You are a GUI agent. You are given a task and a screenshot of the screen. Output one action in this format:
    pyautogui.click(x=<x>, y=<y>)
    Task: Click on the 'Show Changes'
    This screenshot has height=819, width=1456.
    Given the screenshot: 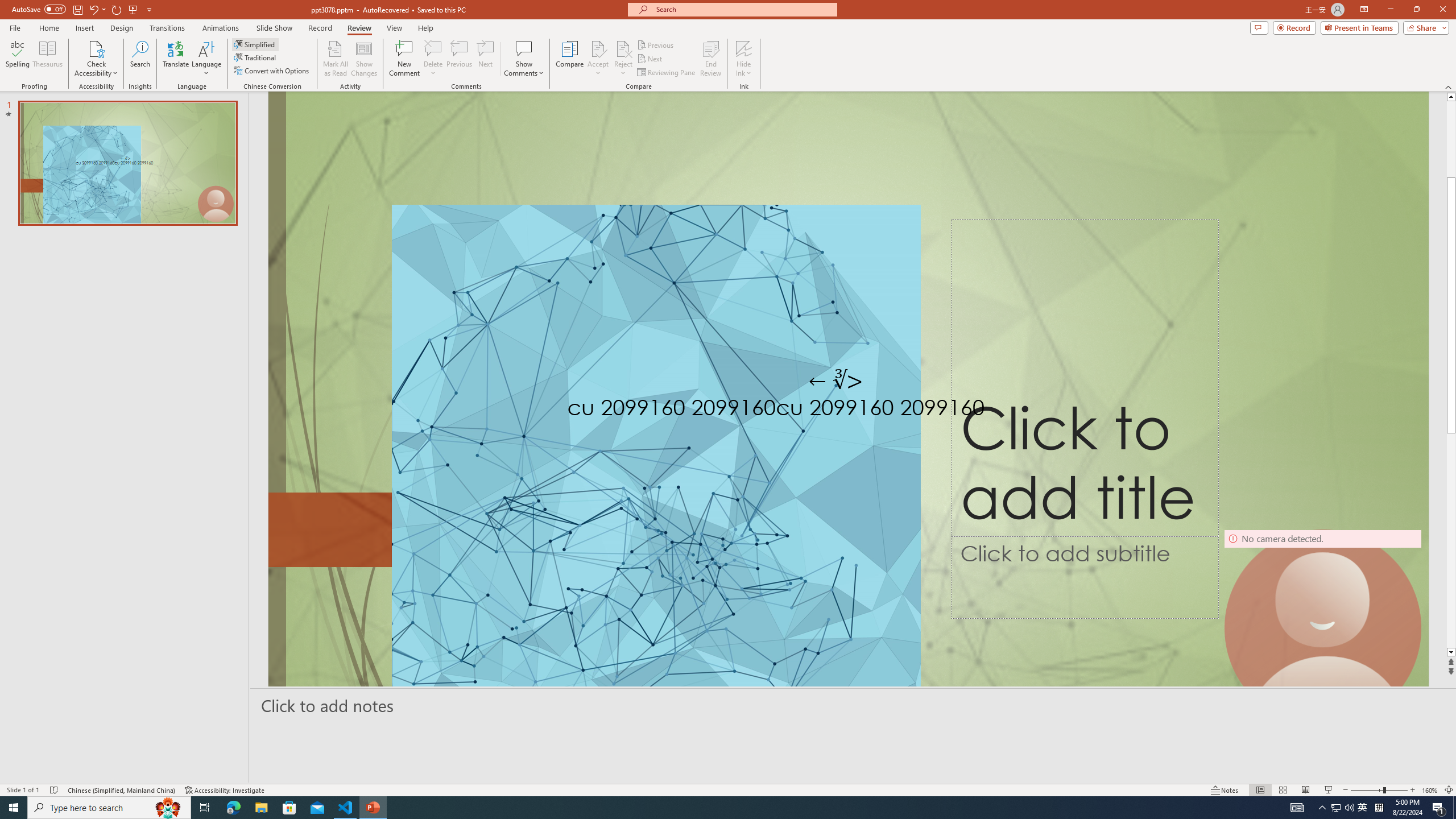 What is the action you would take?
    pyautogui.click(x=364, y=59)
    